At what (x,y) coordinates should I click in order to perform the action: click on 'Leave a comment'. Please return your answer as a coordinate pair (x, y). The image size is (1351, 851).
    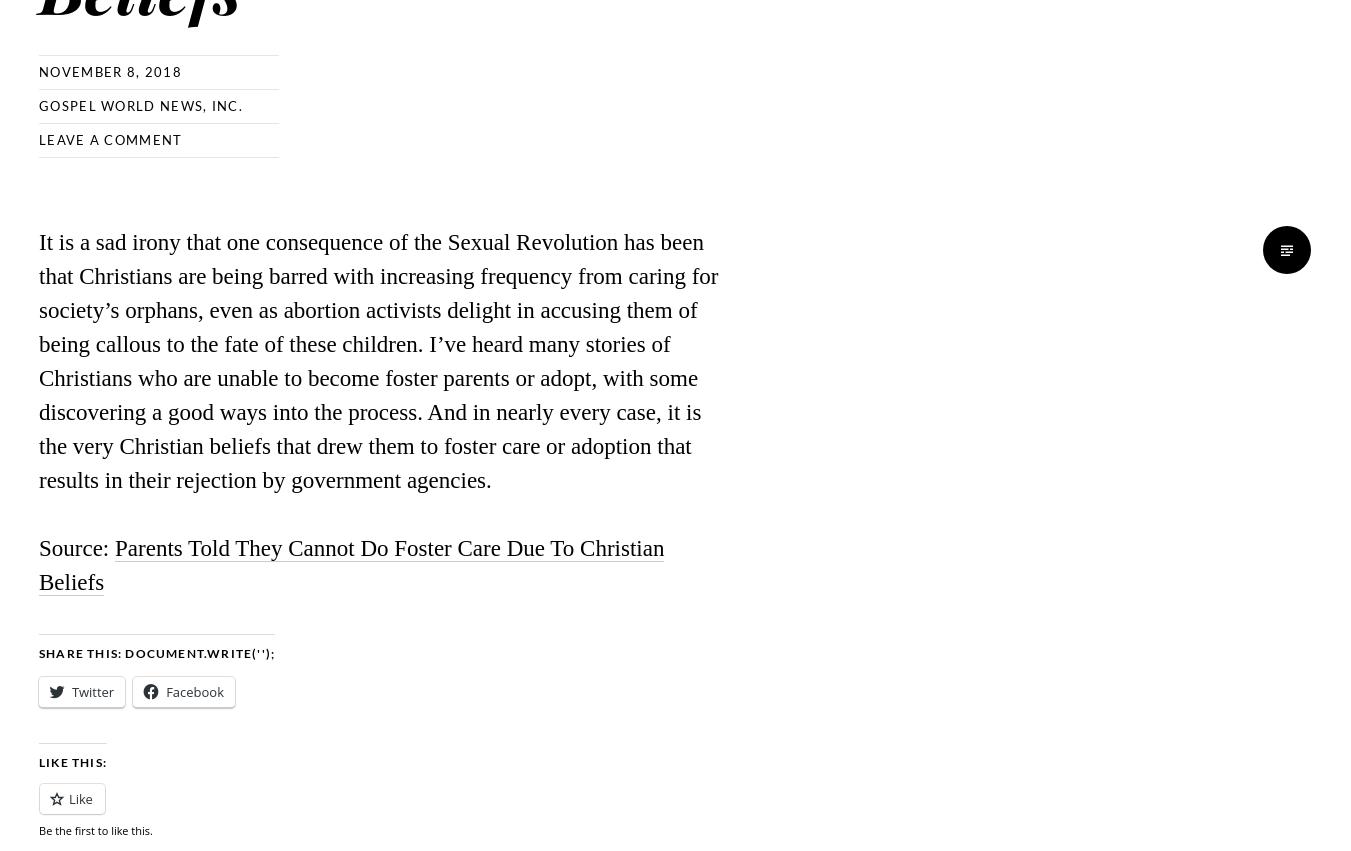
    Looking at the image, I should click on (110, 138).